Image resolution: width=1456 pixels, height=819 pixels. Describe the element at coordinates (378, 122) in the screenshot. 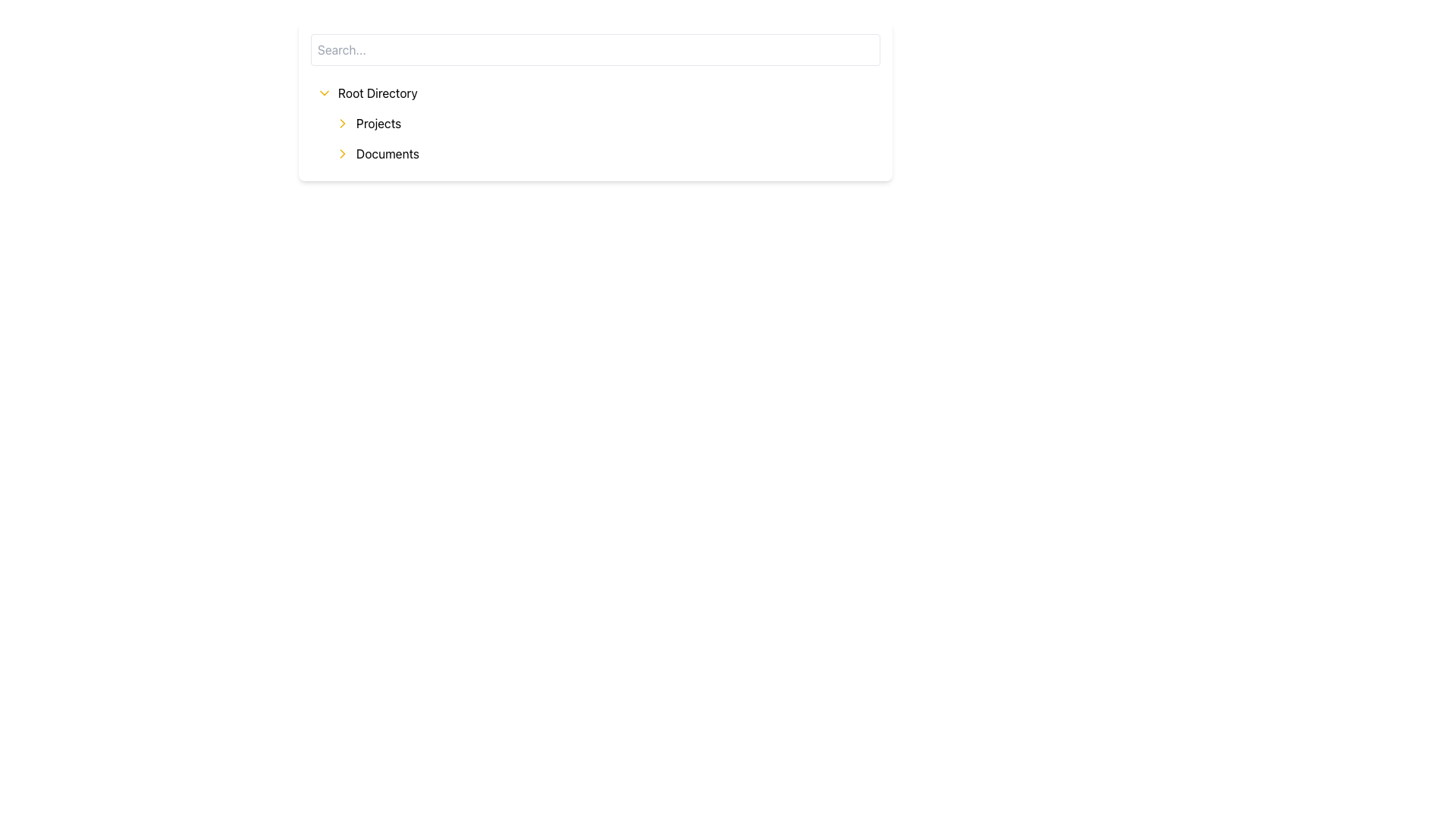

I see `the 'Projects' text label located under the 'Root Directory' in the vertical navigation menu` at that location.